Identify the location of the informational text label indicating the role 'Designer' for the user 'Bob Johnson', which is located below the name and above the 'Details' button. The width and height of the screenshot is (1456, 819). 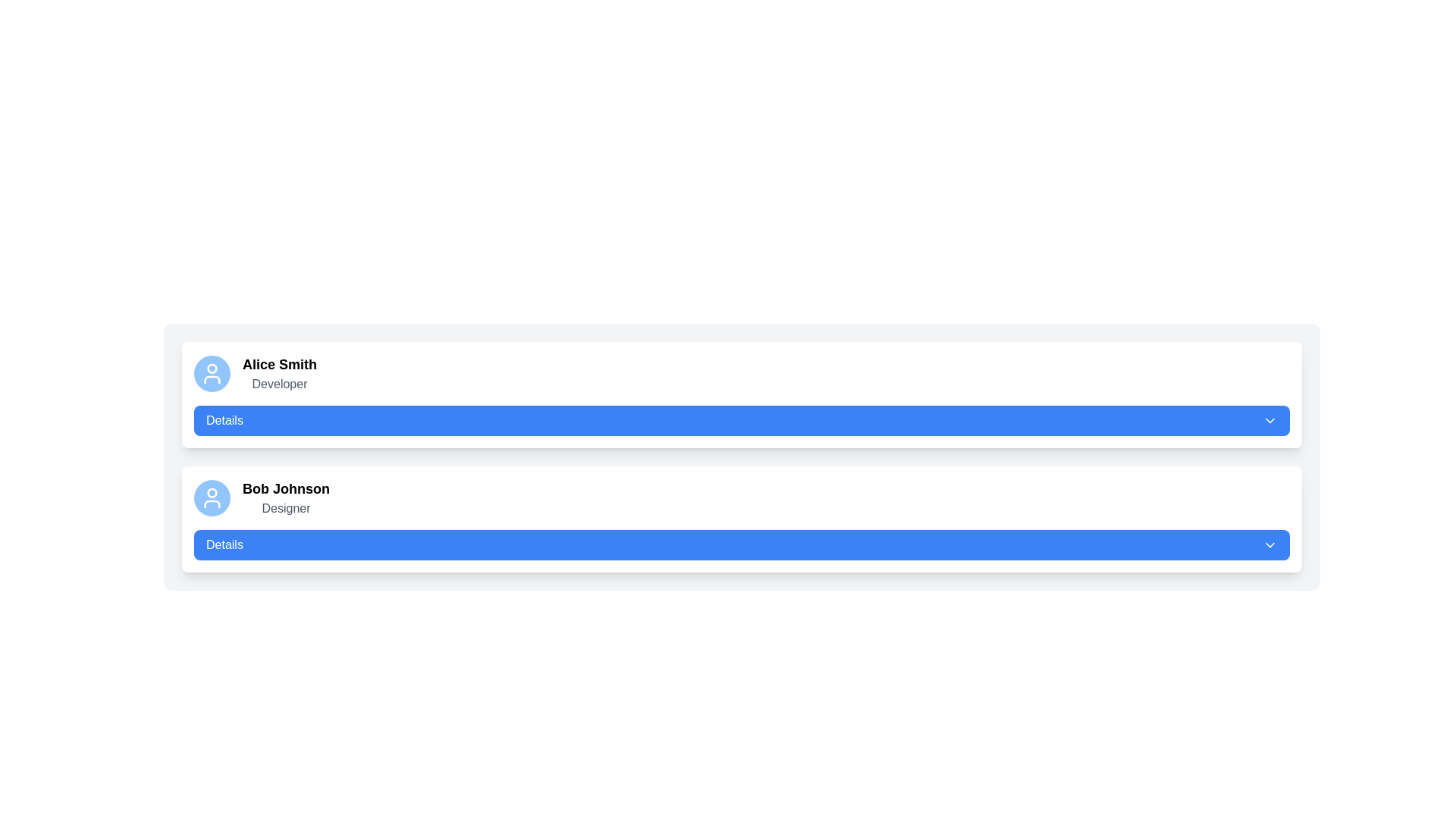
(286, 509).